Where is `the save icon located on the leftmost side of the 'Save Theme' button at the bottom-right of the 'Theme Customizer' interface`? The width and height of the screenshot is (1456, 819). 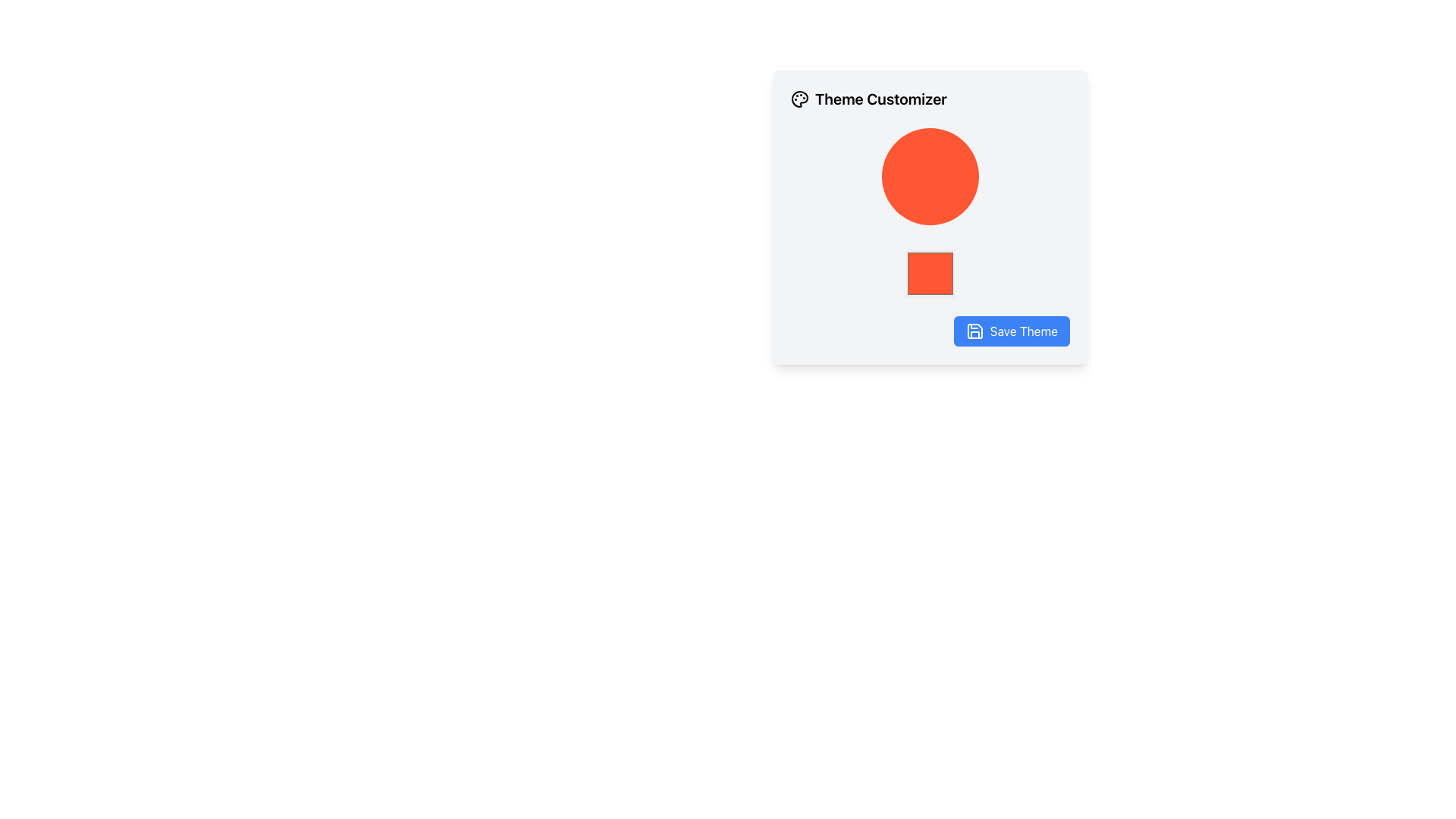 the save icon located on the leftmost side of the 'Save Theme' button at the bottom-right of the 'Theme Customizer' interface is located at coordinates (974, 330).